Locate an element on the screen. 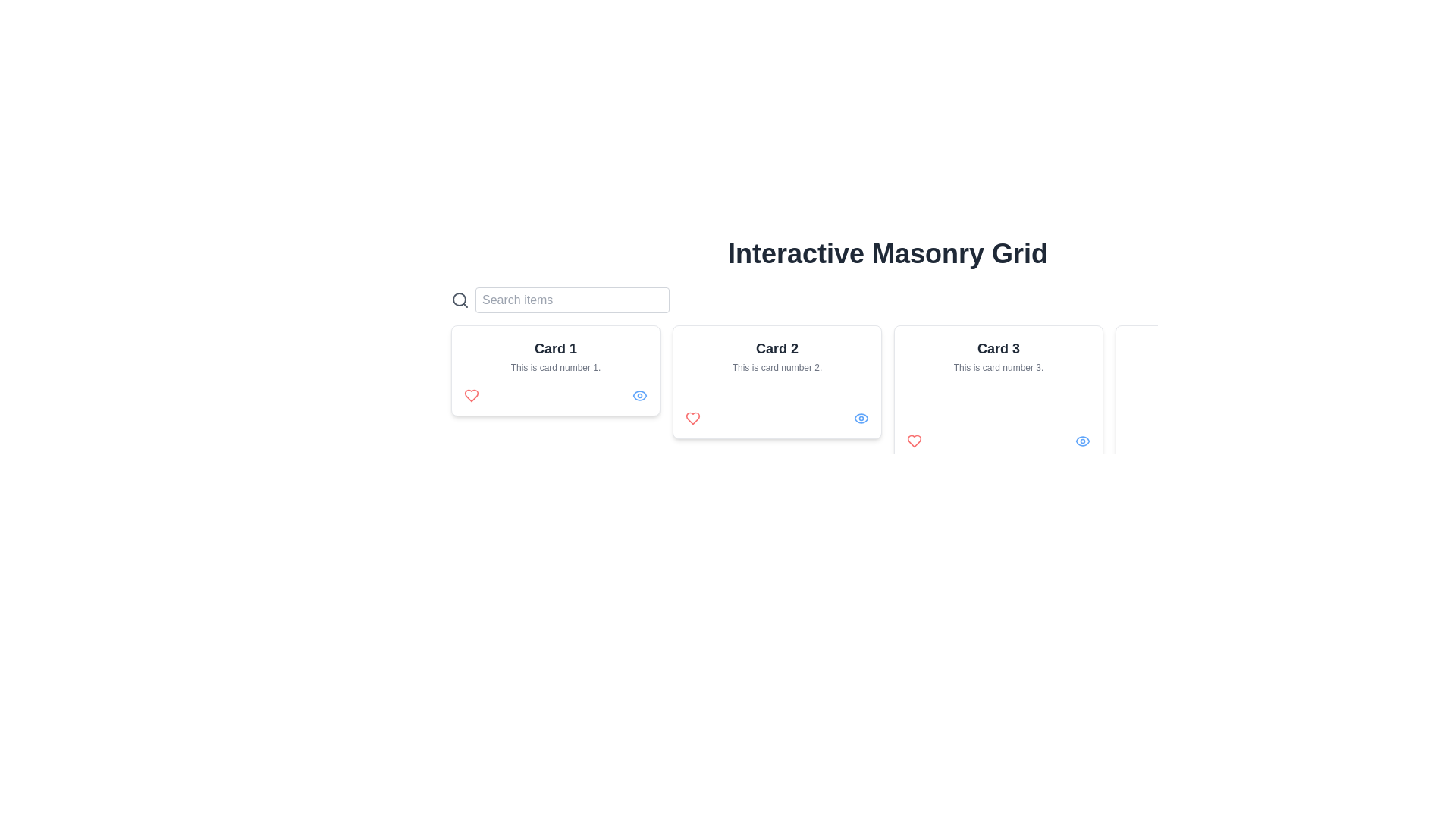  the text label that reads 'This is card number 1.' located under the heading 'Card 1' in the first card of a horizontal layout is located at coordinates (555, 368).